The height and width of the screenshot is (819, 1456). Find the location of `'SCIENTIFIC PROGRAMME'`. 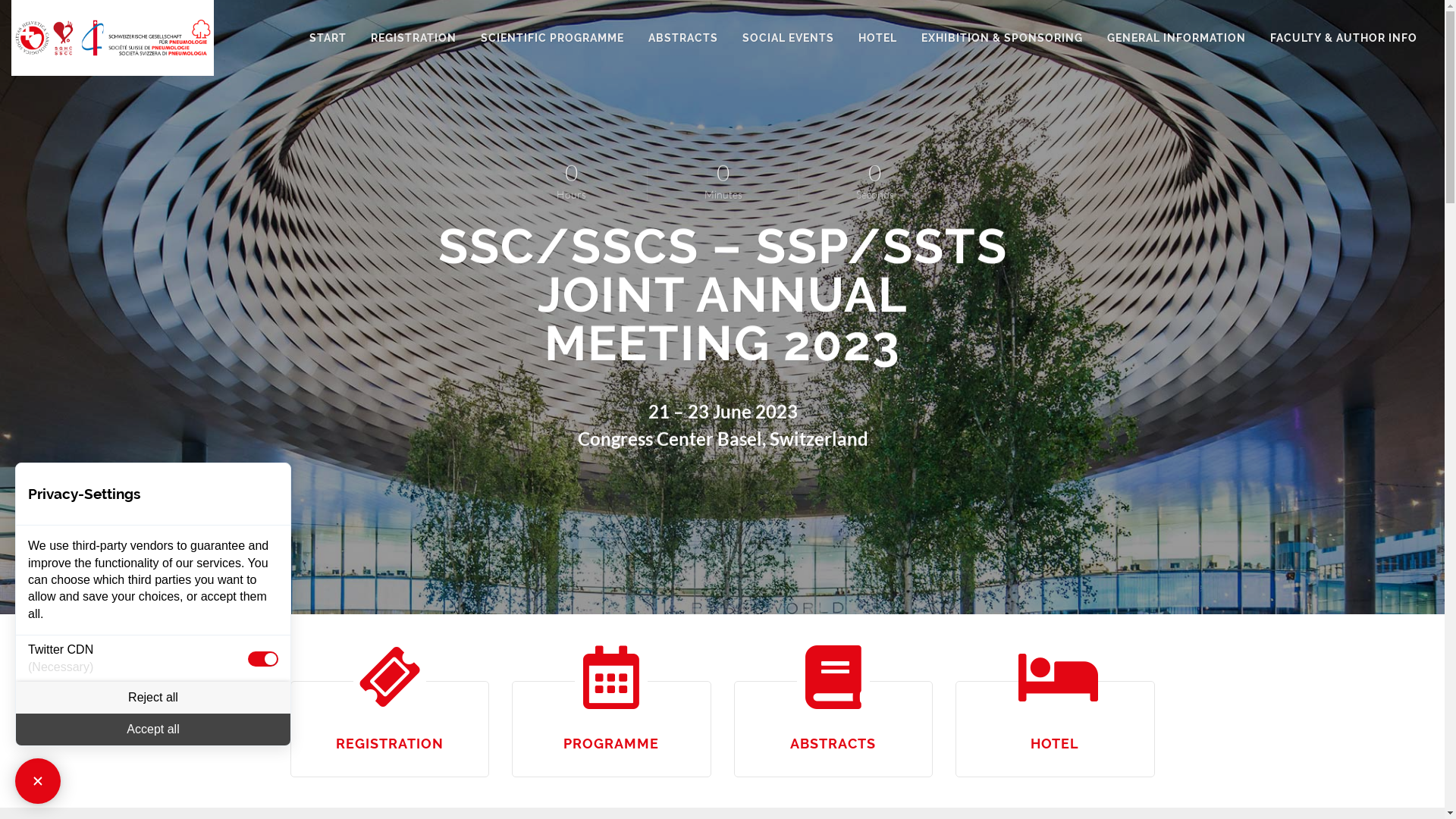

'SCIENTIFIC PROGRAMME' is located at coordinates (551, 37).